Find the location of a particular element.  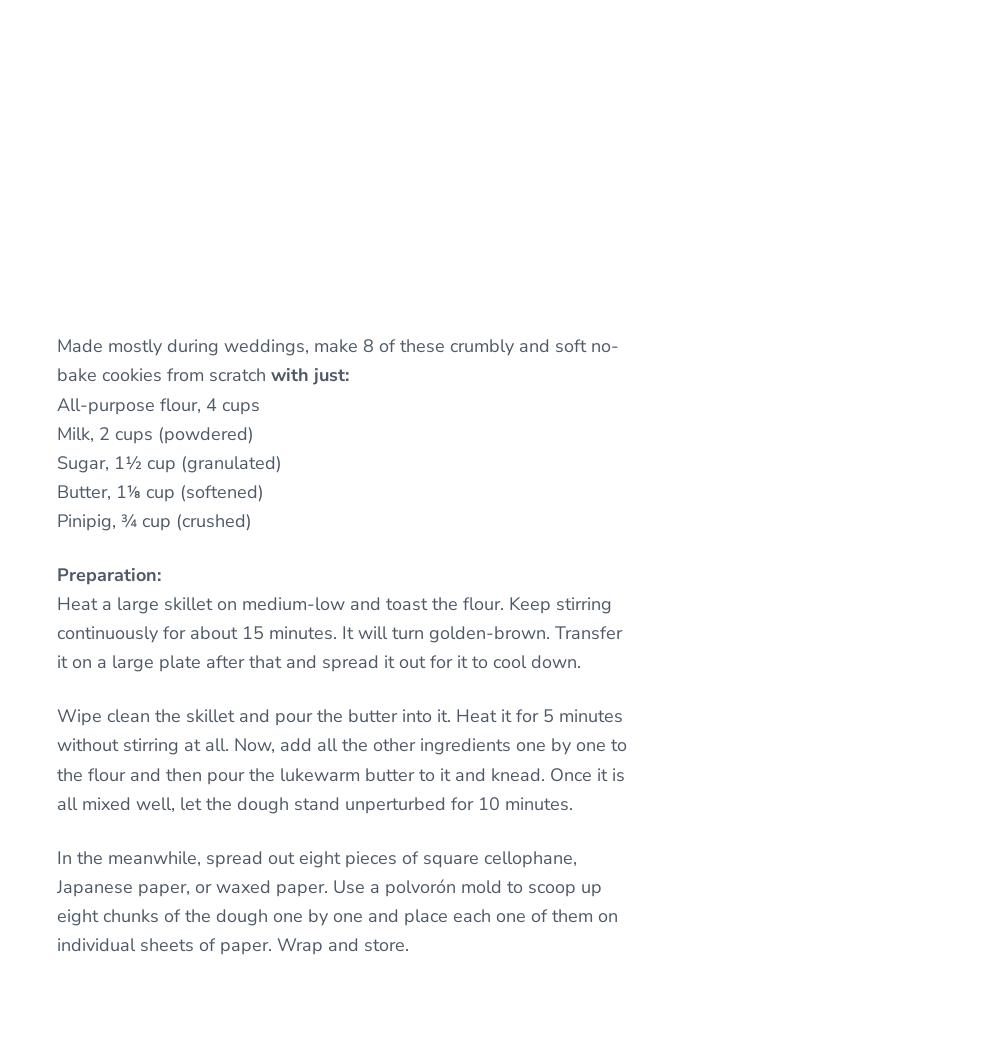

'Pinipig, ¾ cup (crushed)' is located at coordinates (55, 520).